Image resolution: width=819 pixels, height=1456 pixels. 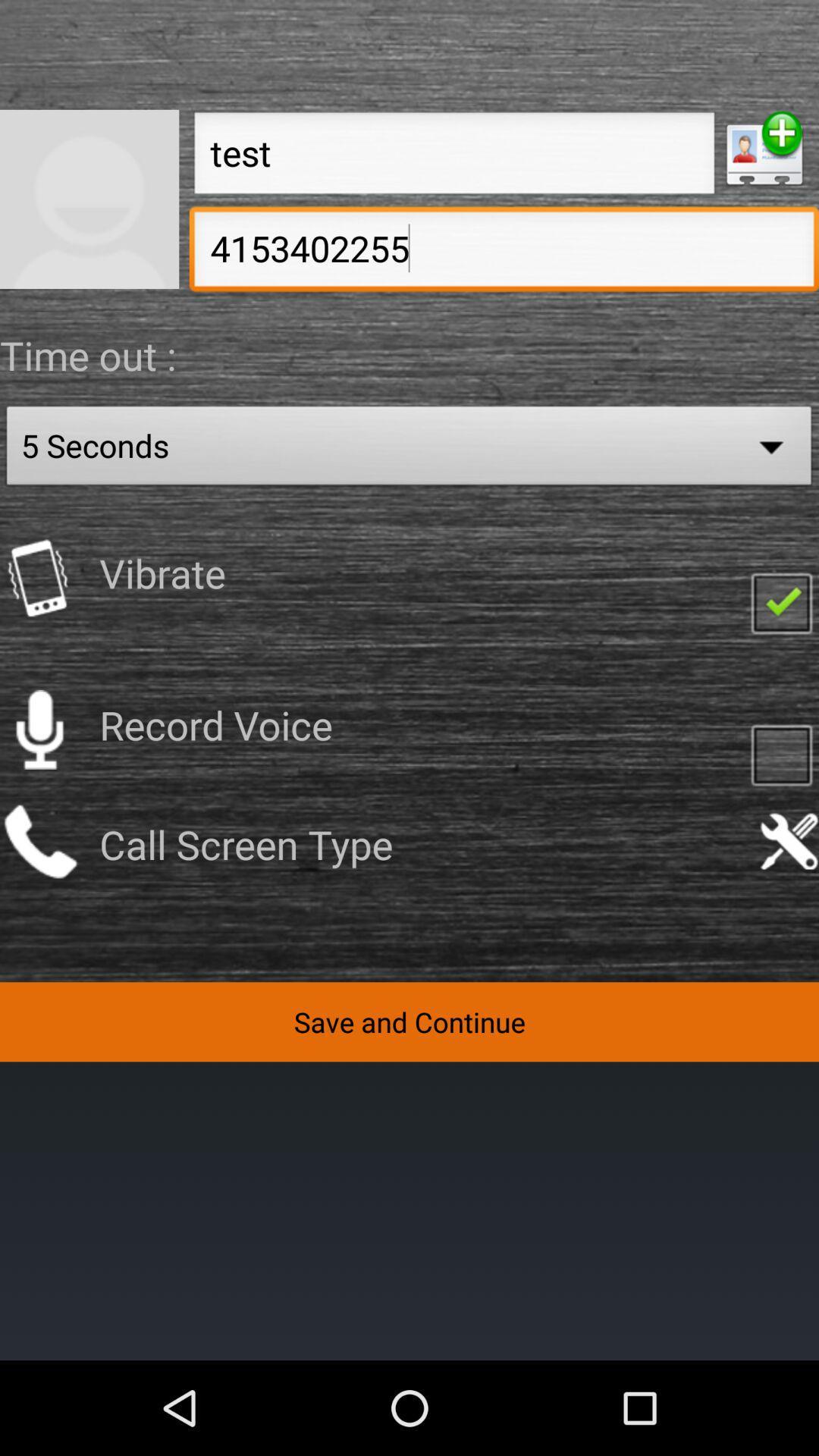 What do you see at coordinates (788, 841) in the screenshot?
I see `setting` at bounding box center [788, 841].